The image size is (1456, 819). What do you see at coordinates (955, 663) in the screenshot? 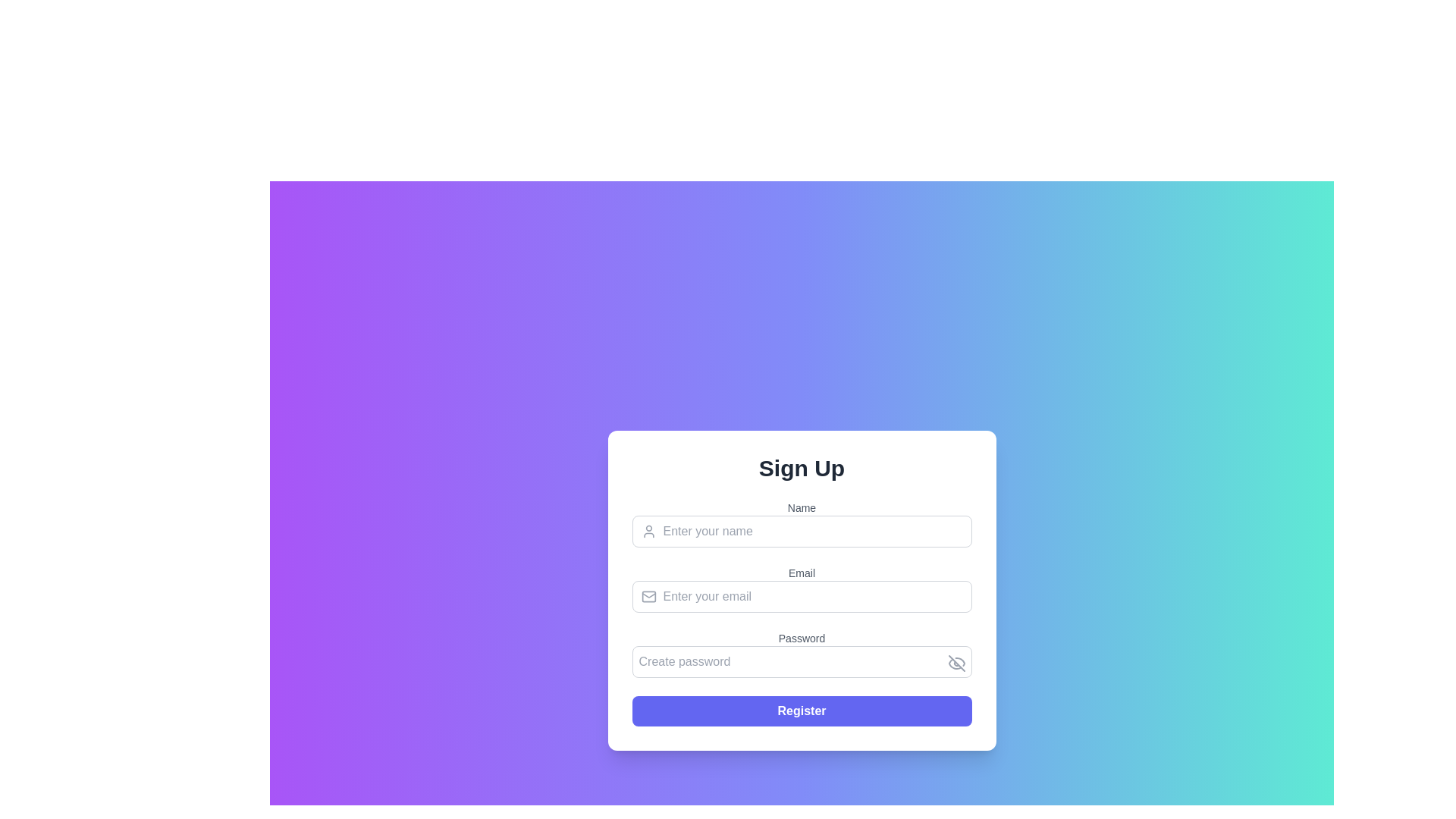
I see `the icon resembling a crossed-out eye, which is positioned to the right of the 'Password' text input field` at bounding box center [955, 663].